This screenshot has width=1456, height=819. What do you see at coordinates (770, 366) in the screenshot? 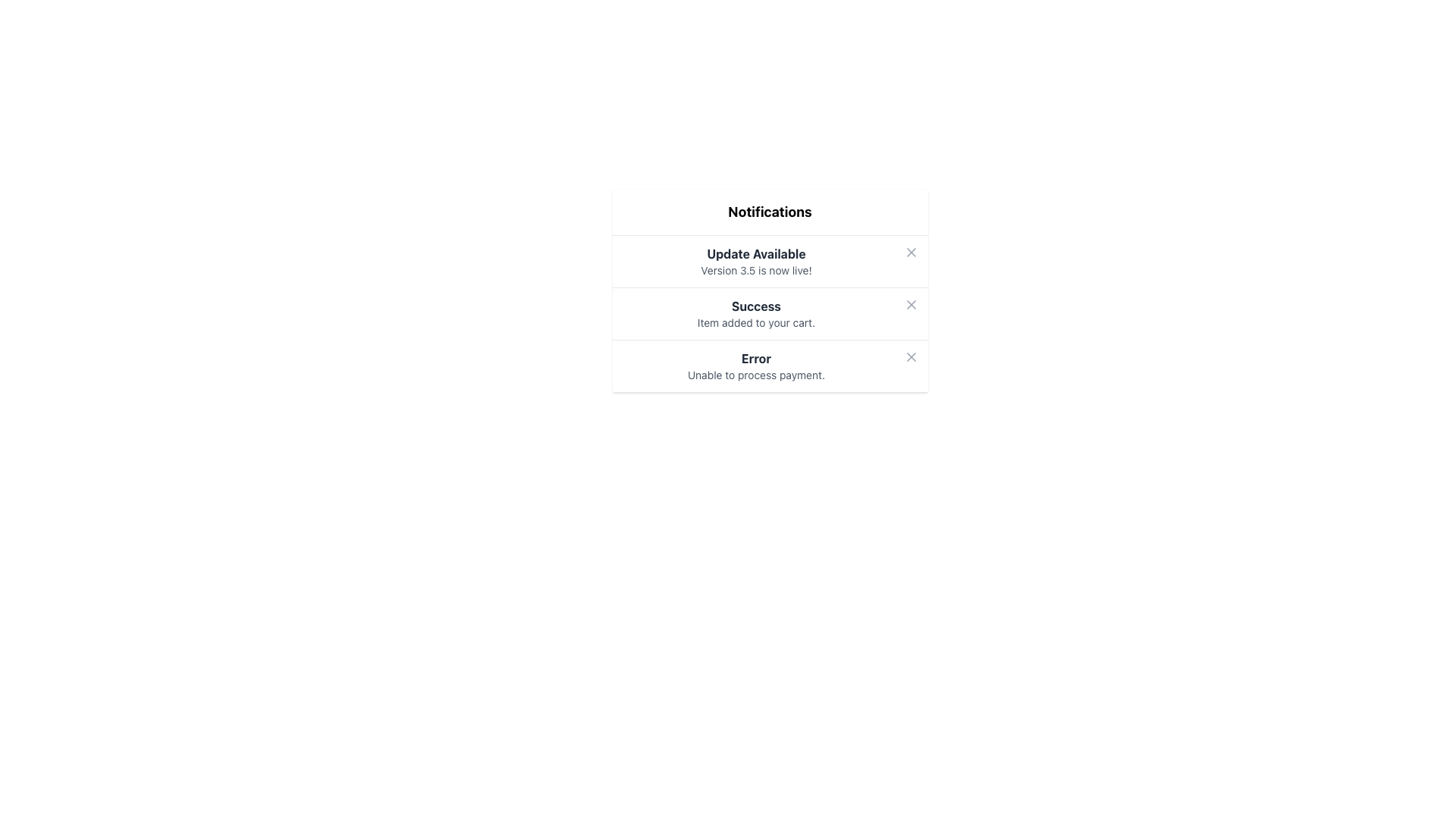
I see `the text-based notification box that displays error details during the payment process to trigger a potential tooltip or highlight` at bounding box center [770, 366].